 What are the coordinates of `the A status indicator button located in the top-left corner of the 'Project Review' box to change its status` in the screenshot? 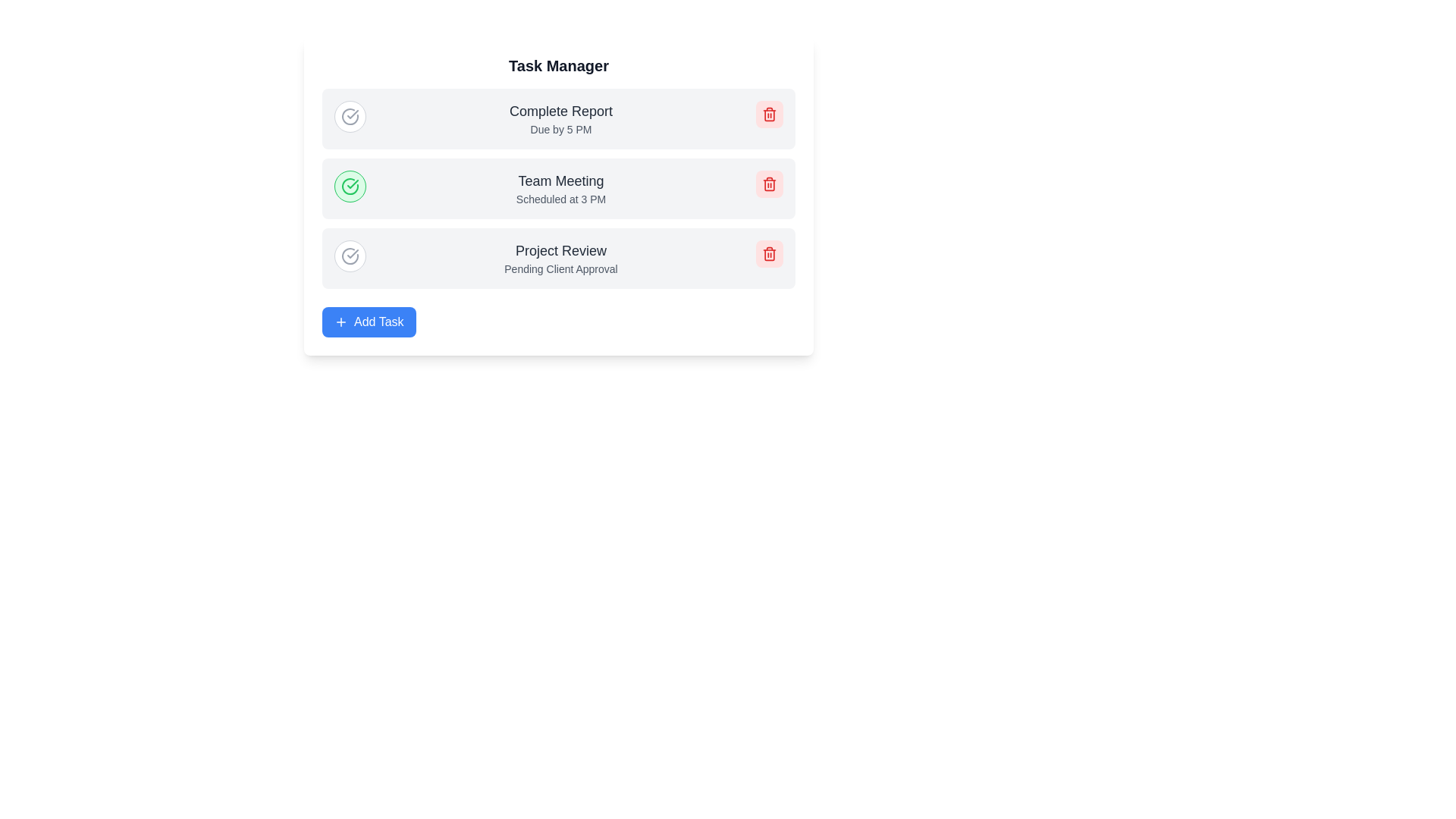 It's located at (349, 256).